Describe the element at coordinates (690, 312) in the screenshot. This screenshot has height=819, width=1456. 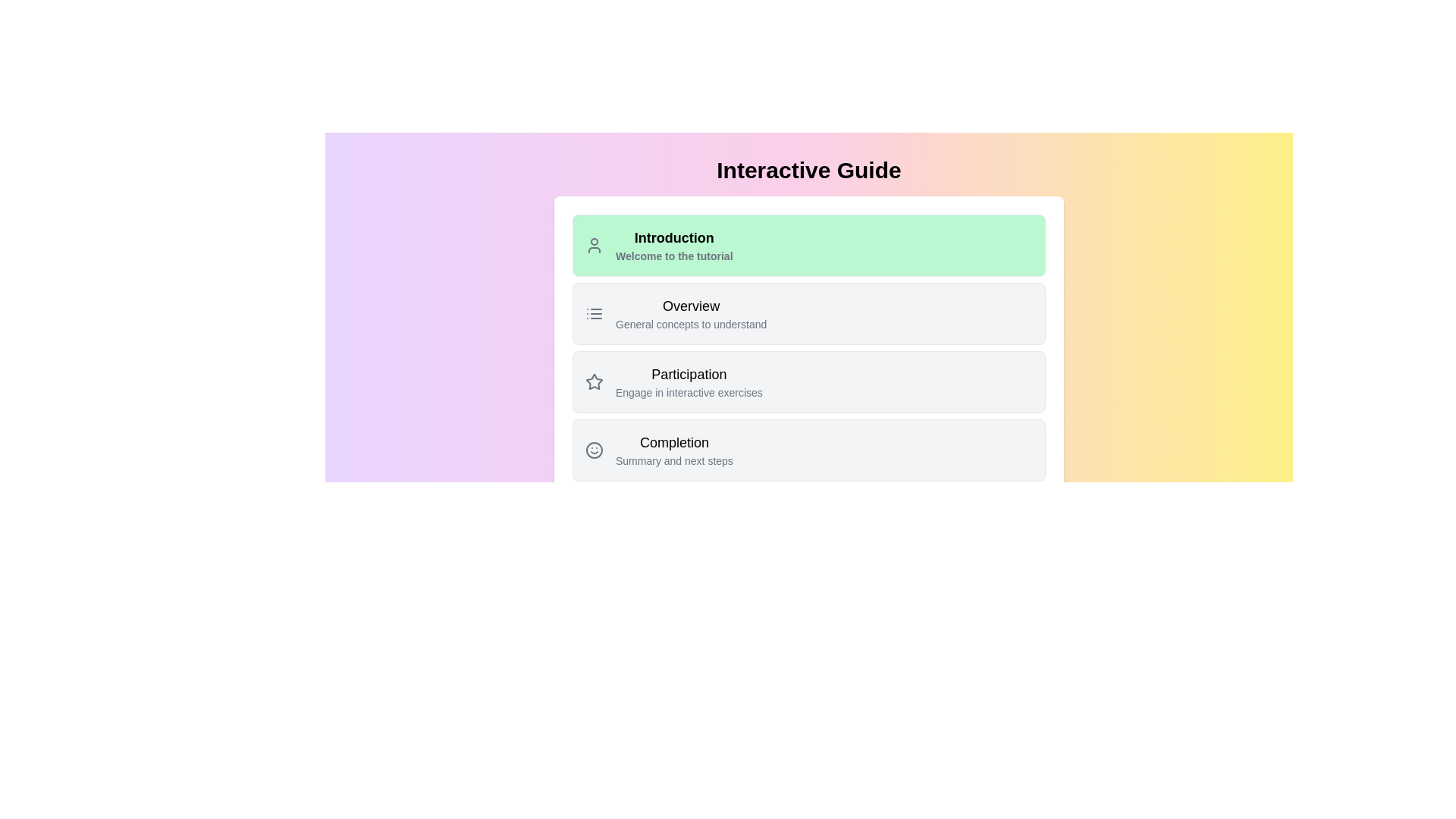
I see `the 'Overview' label which contains the title and description, located in the second row of the list, for interaction` at that location.